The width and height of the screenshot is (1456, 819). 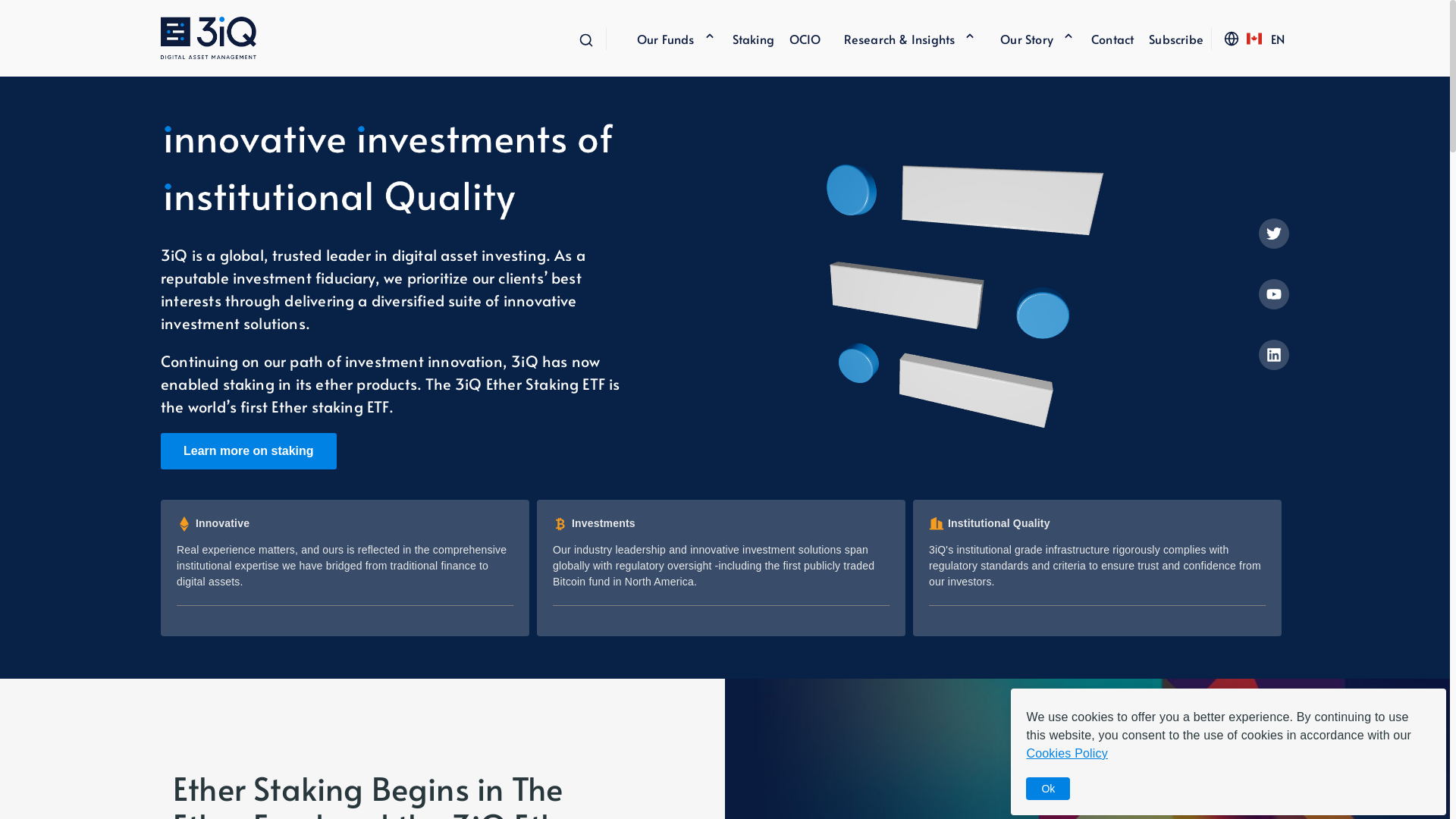 What do you see at coordinates (1065, 753) in the screenshot?
I see `'Cookies Policy'` at bounding box center [1065, 753].